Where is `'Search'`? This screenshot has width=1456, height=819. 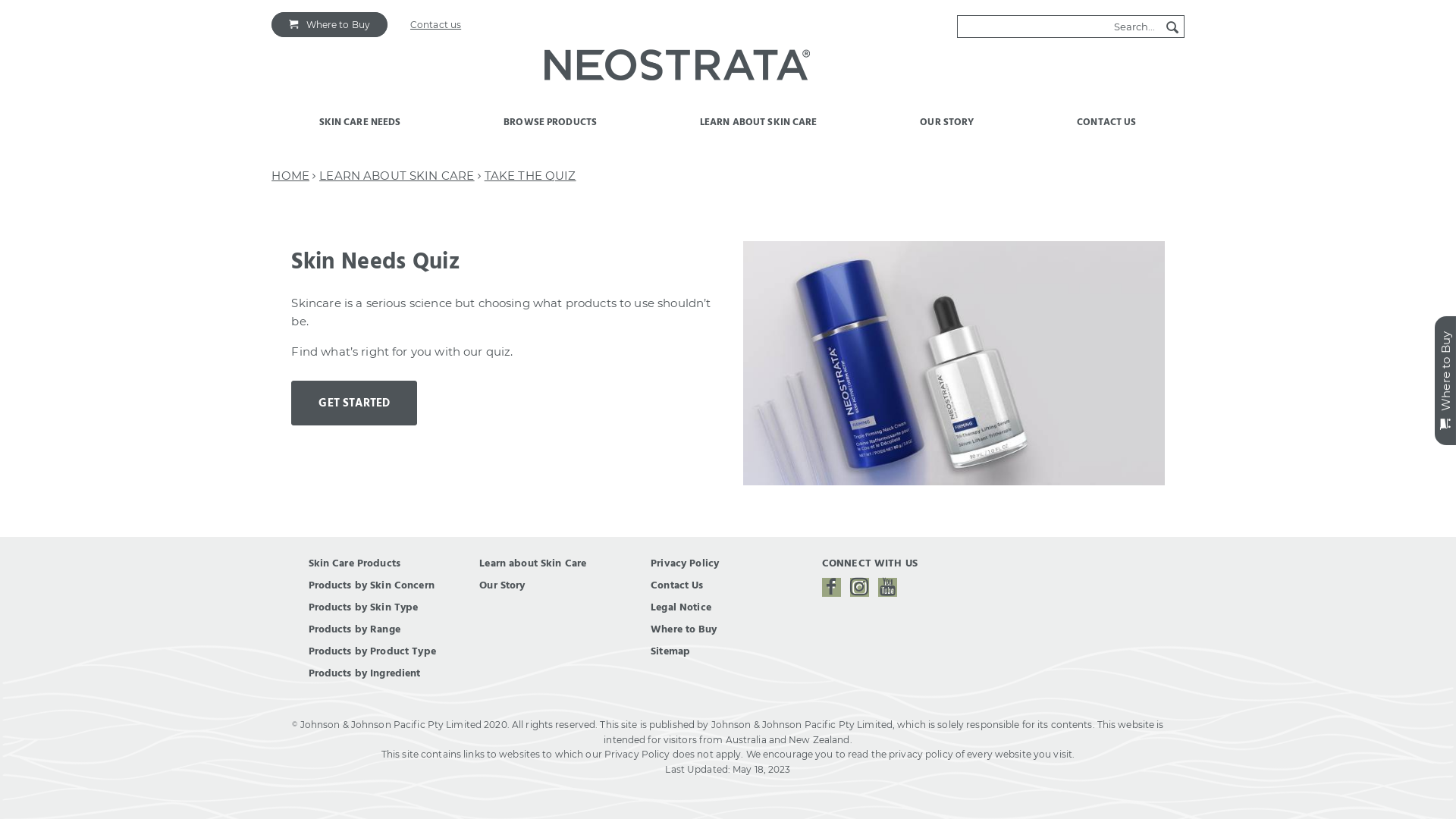 'Search' is located at coordinates (1160, 27).